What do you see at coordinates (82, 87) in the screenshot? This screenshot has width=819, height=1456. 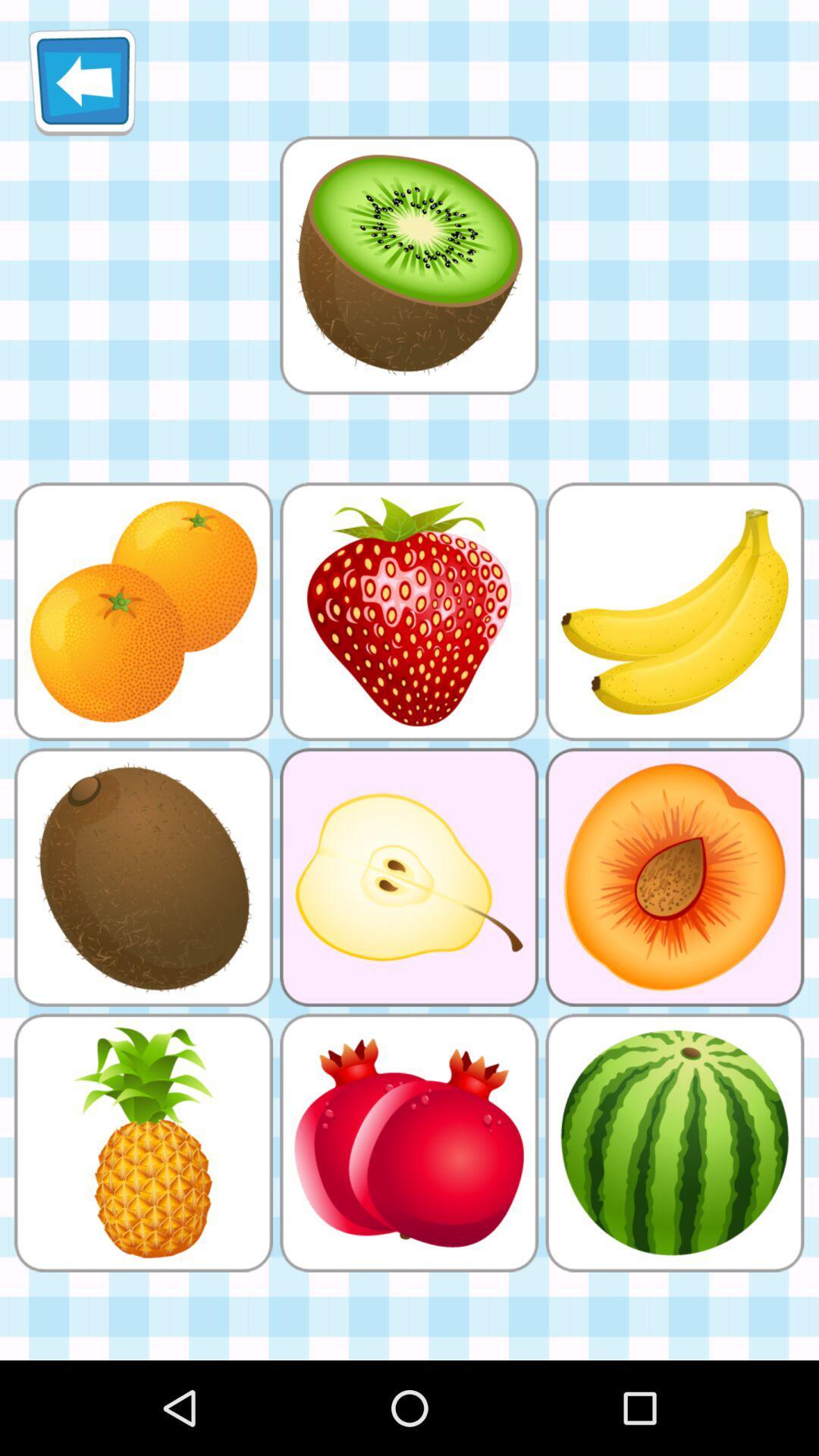 I see `the arrow_backward icon` at bounding box center [82, 87].